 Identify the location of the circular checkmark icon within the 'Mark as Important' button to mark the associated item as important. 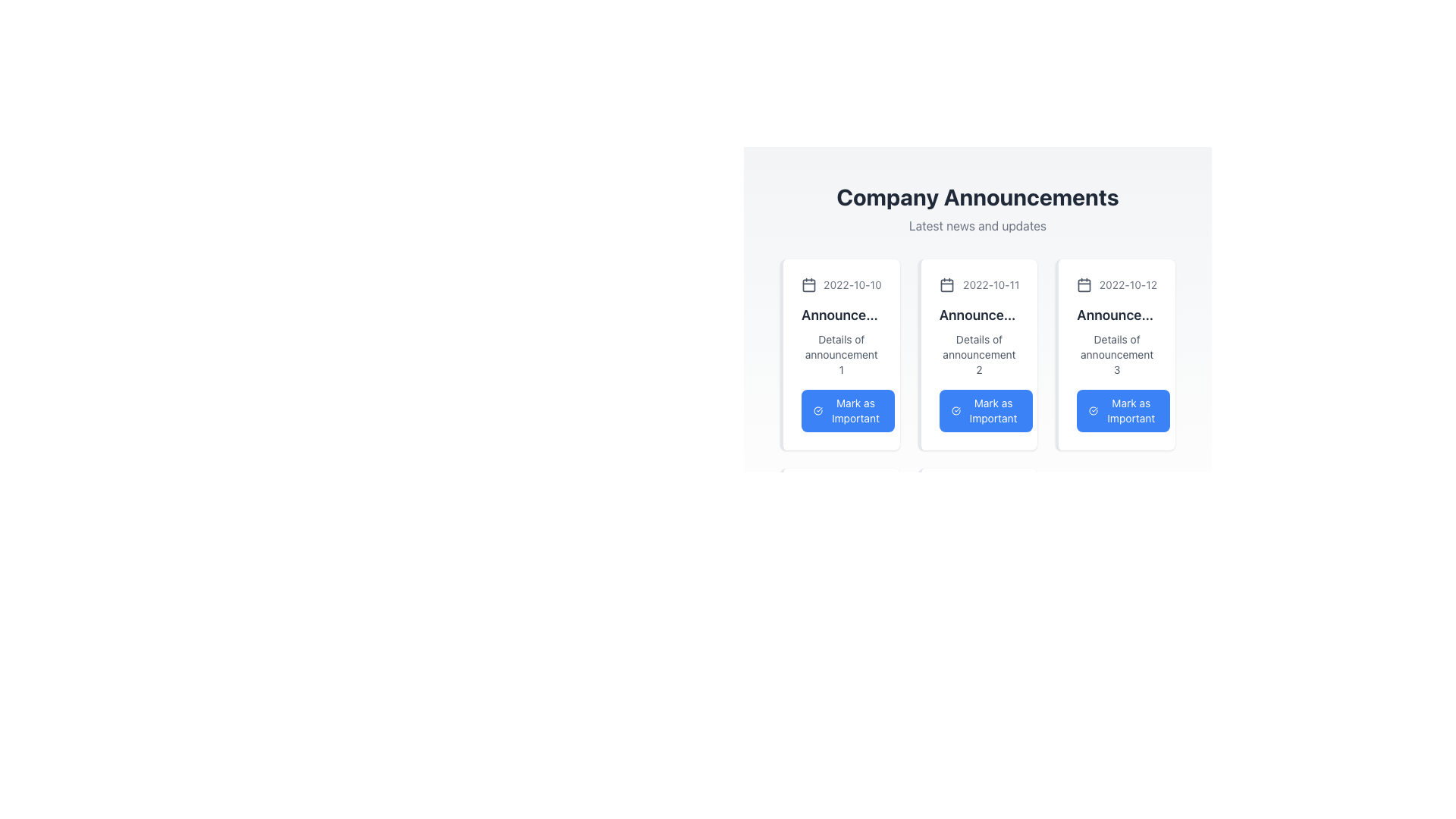
(955, 411).